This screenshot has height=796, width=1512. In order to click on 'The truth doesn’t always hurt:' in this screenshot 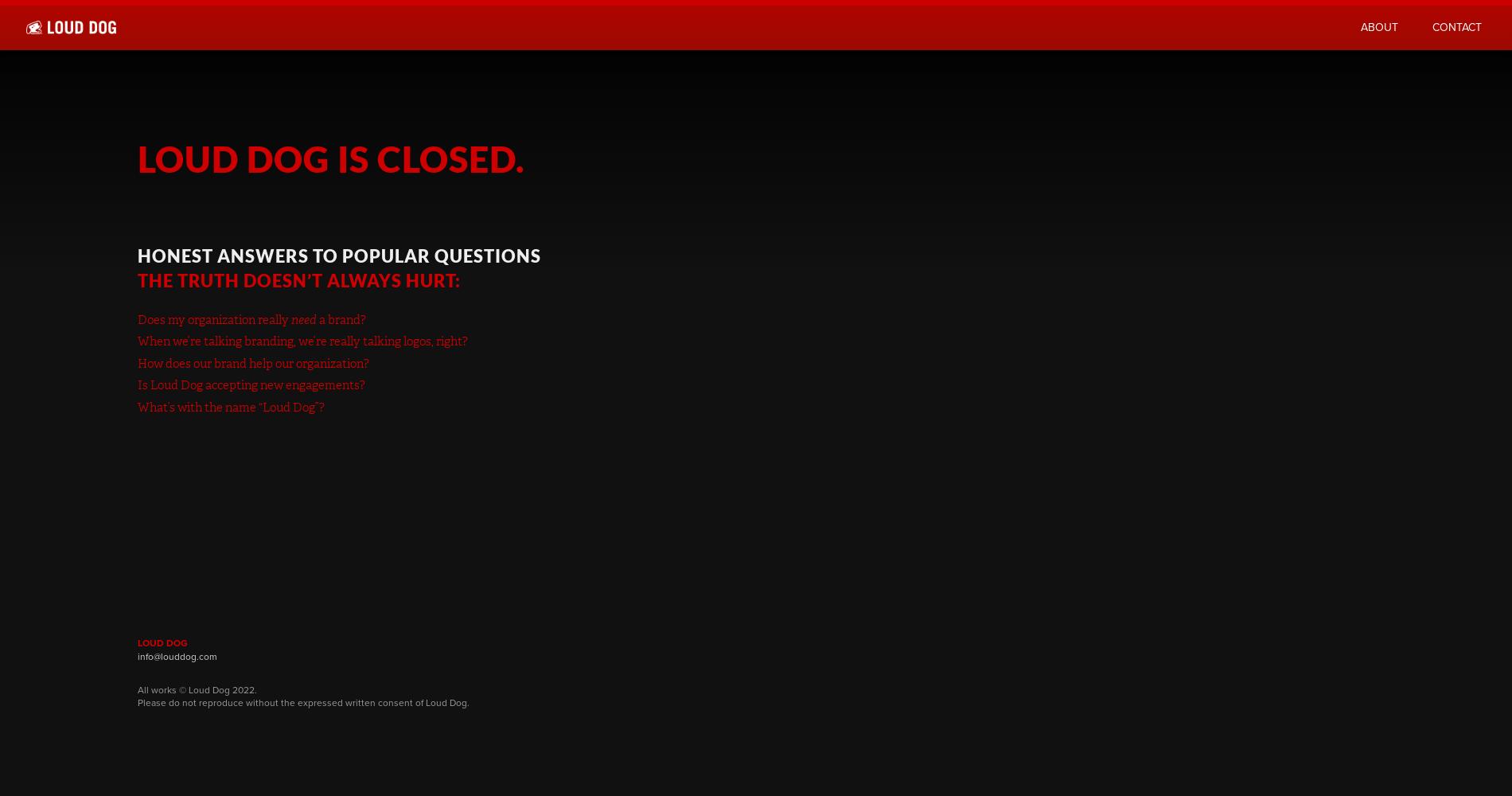, I will do `click(298, 279)`.